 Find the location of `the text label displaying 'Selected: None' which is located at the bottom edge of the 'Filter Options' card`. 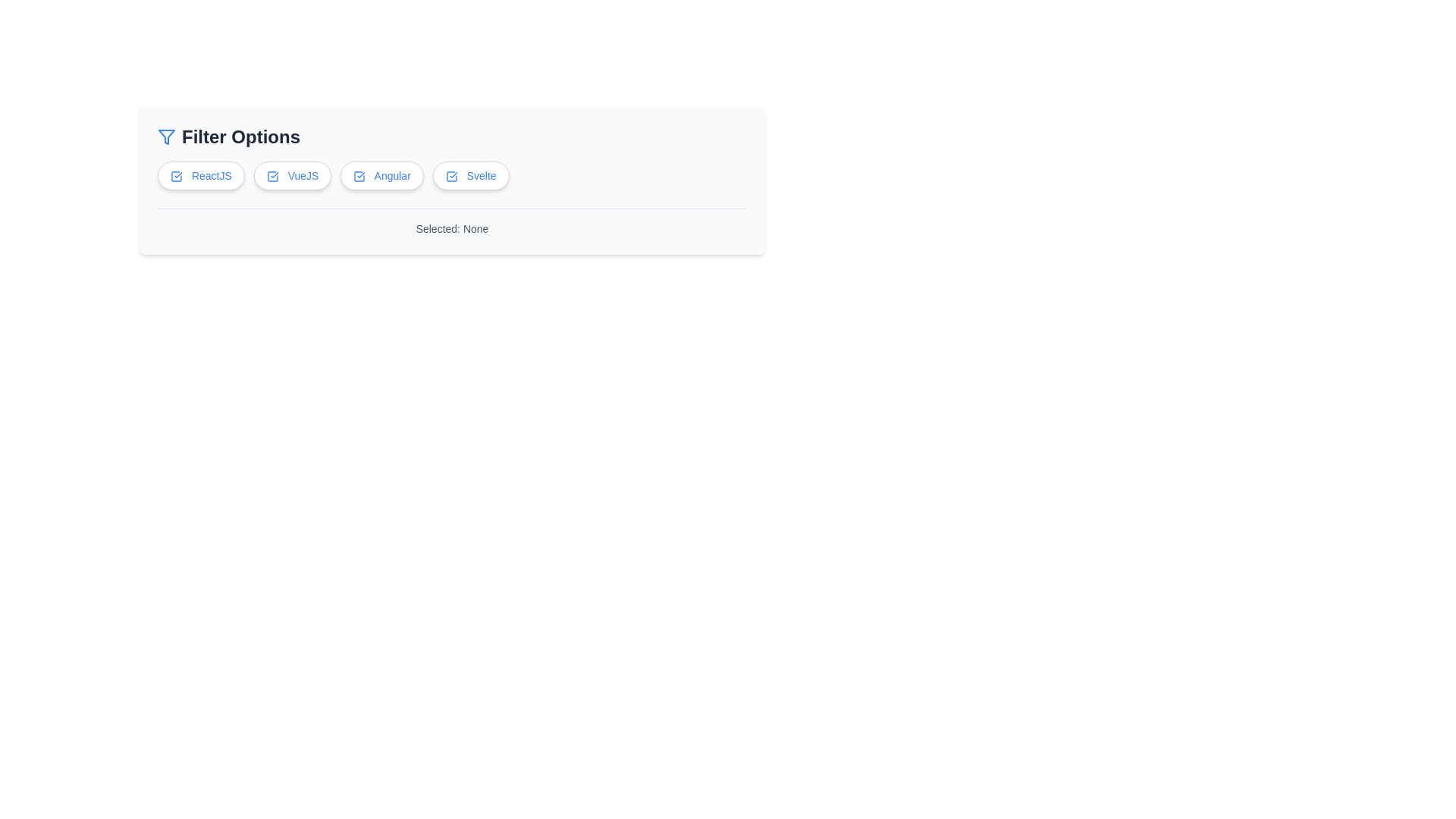

the text label displaying 'Selected: None' which is located at the bottom edge of the 'Filter Options' card is located at coordinates (451, 222).